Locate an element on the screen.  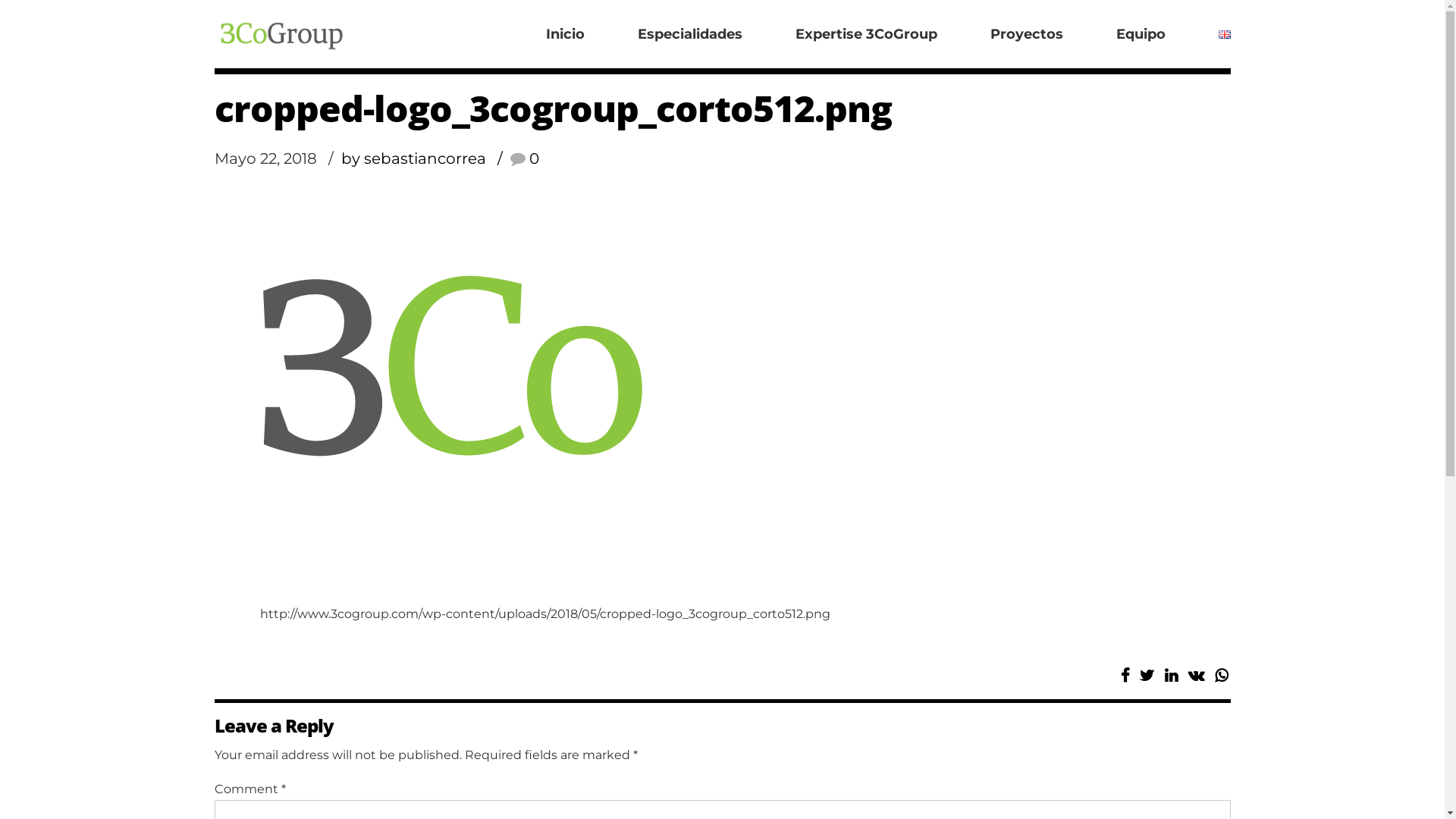
'0' is located at coordinates (524, 158).